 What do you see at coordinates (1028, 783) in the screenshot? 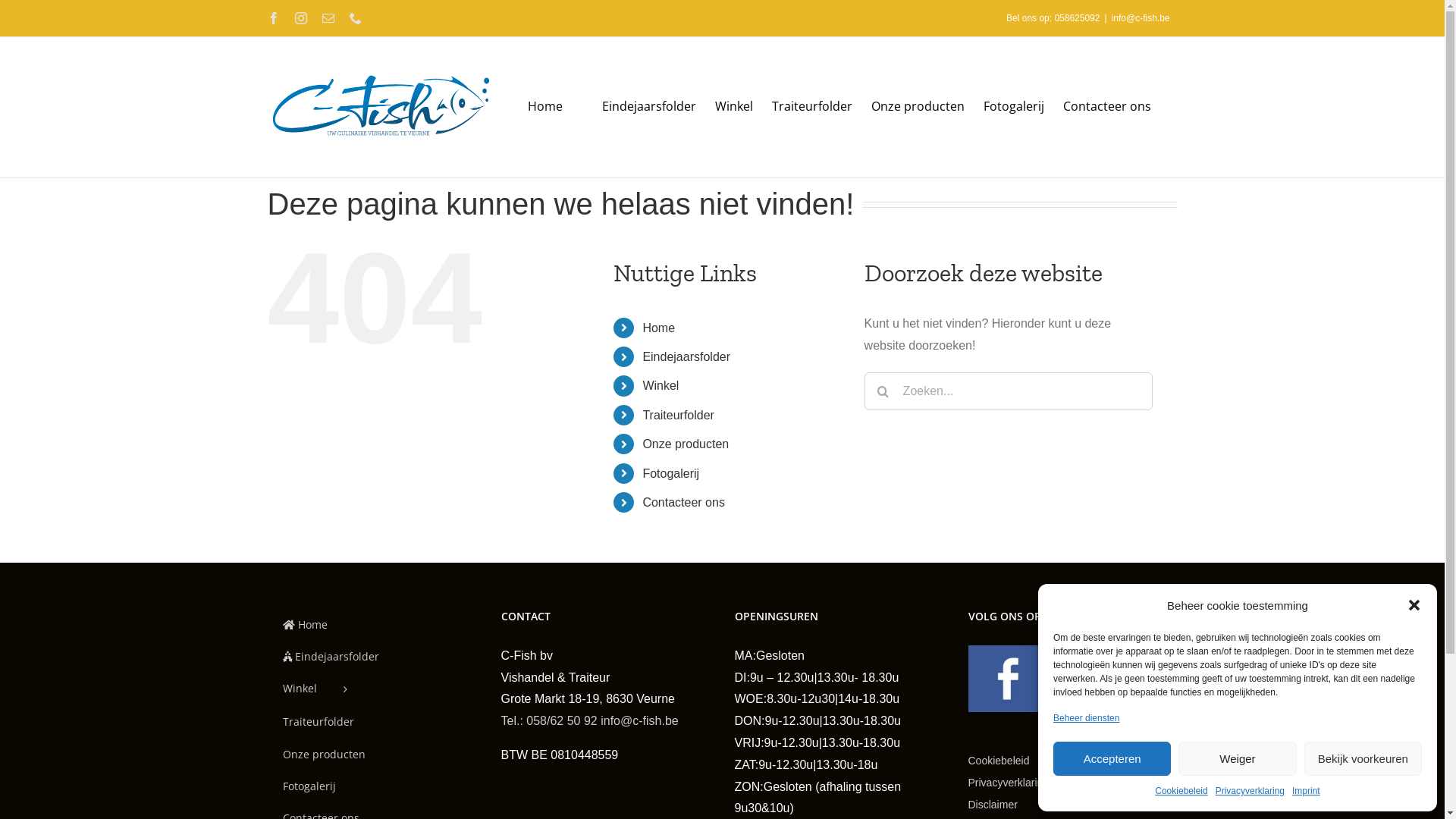
I see `'Privacyverklaring'` at bounding box center [1028, 783].